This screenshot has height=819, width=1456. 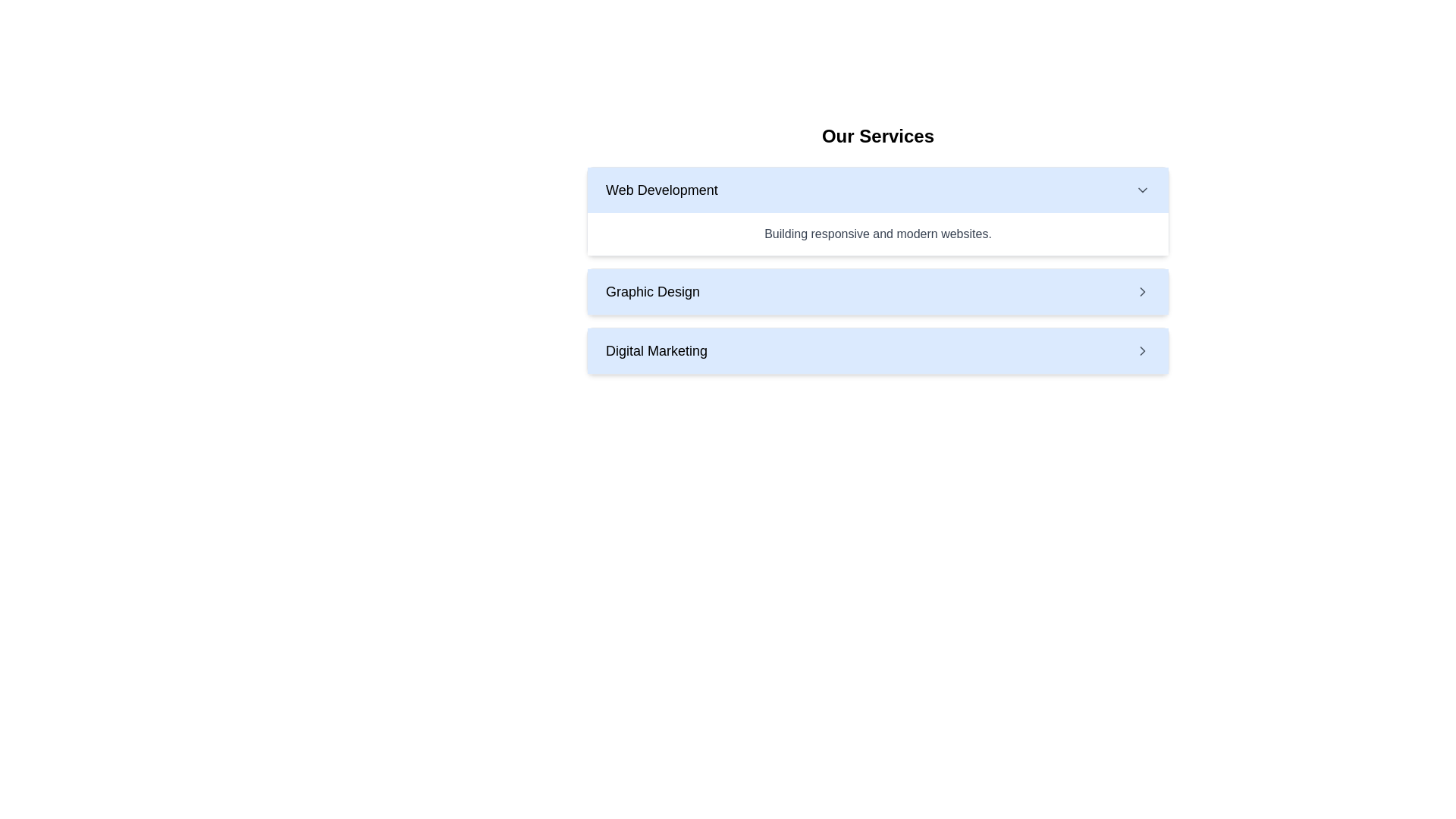 What do you see at coordinates (877, 292) in the screenshot?
I see `the 'Graphic Design' button via keyboard navigation` at bounding box center [877, 292].